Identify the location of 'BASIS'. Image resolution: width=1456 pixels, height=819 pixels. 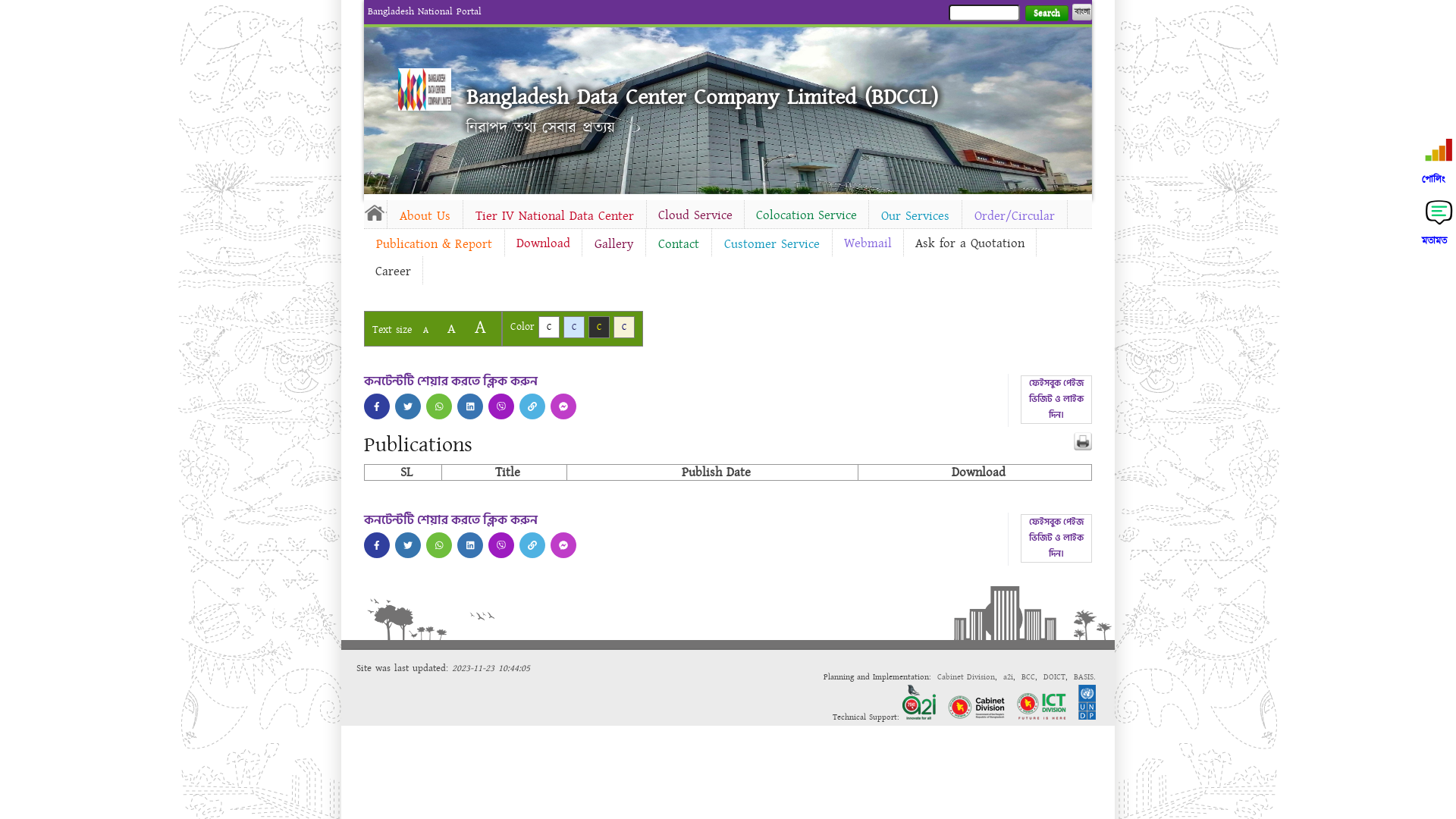
(1073, 676).